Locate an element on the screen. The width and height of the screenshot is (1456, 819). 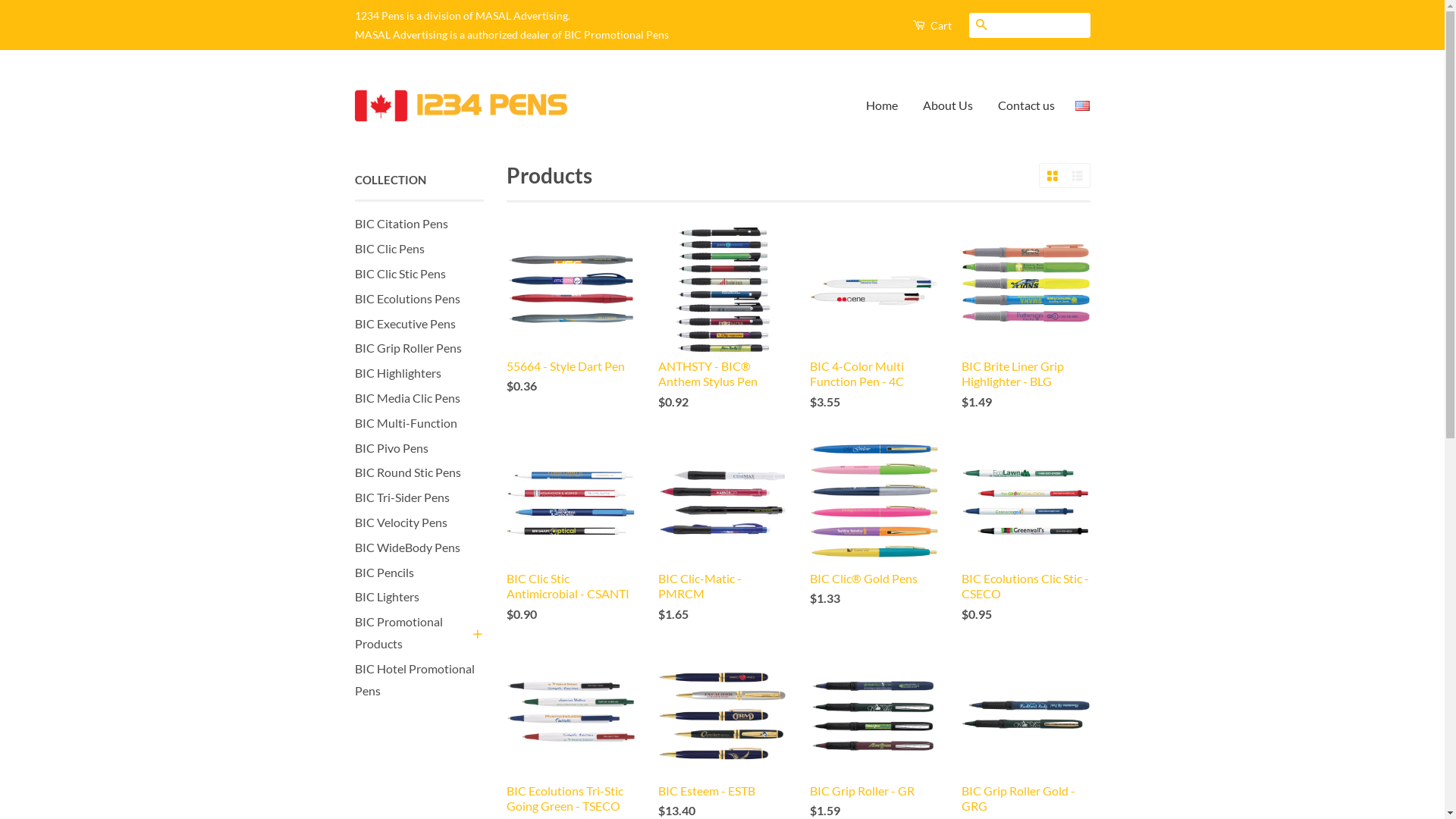
'BIC Hotel Promotional Pens' is located at coordinates (353, 678).